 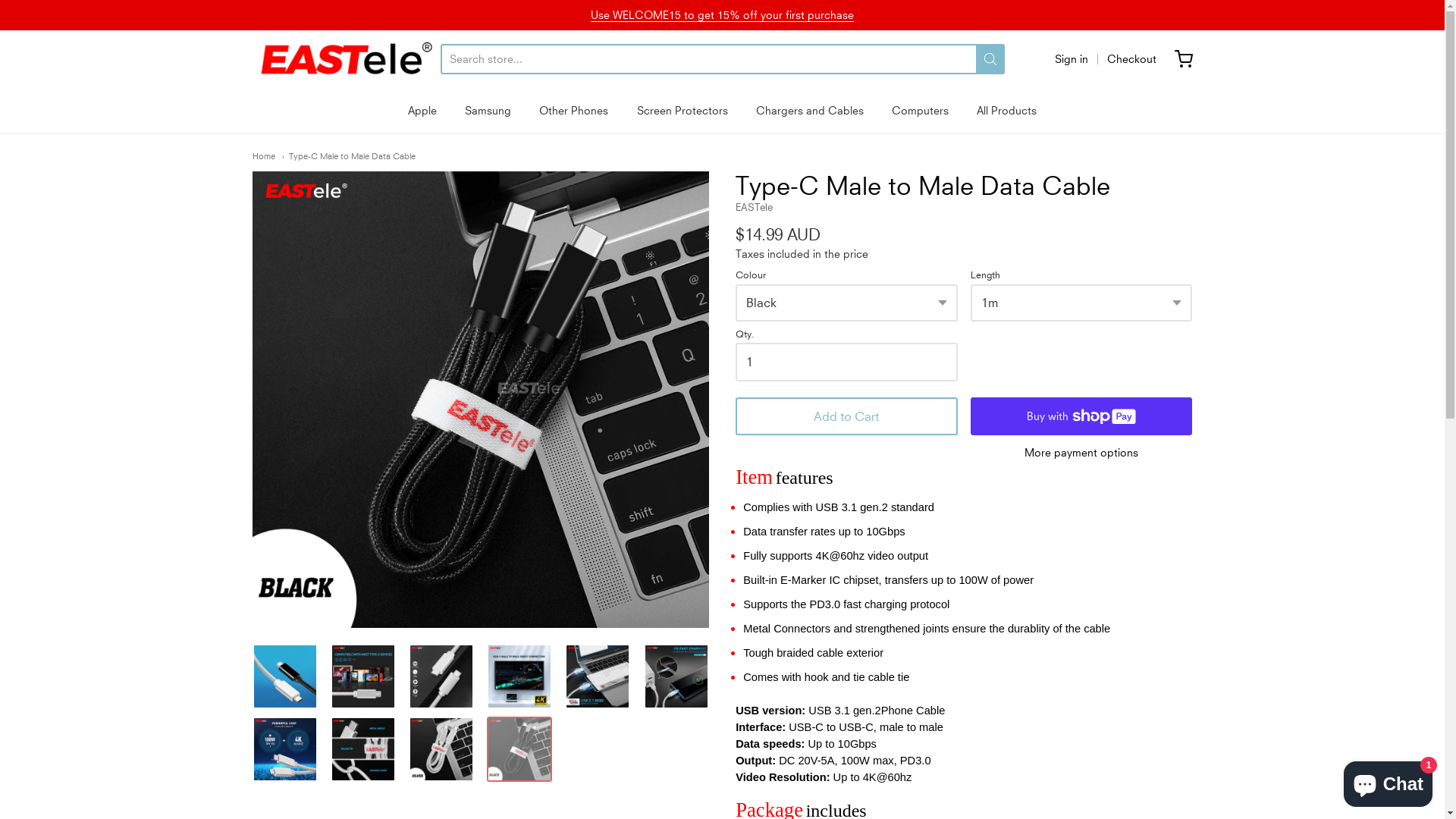 What do you see at coordinates (262, 155) in the screenshot?
I see `'Home'` at bounding box center [262, 155].